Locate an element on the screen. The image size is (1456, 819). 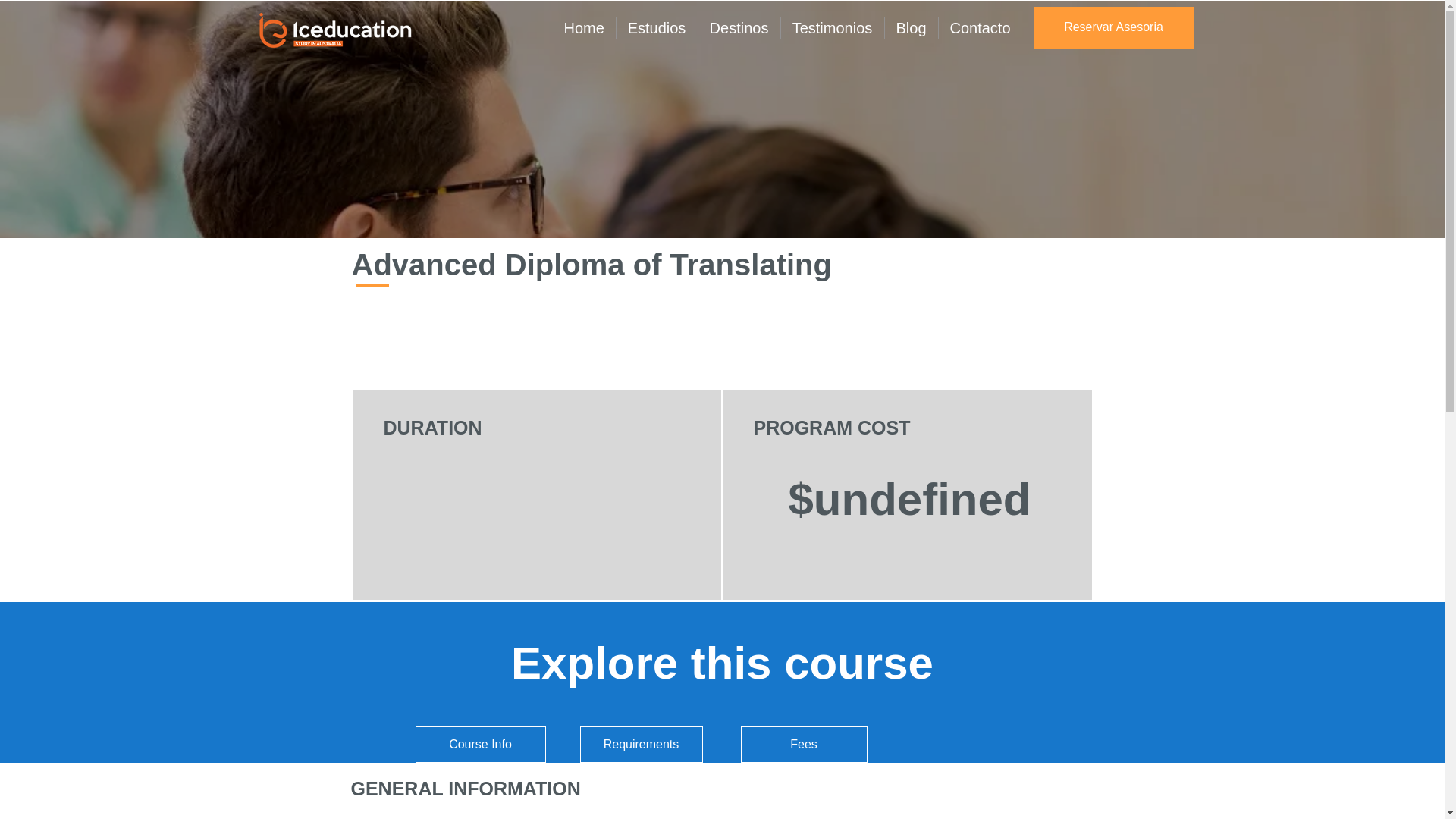
'Reservar Asesoria' is located at coordinates (1113, 27).